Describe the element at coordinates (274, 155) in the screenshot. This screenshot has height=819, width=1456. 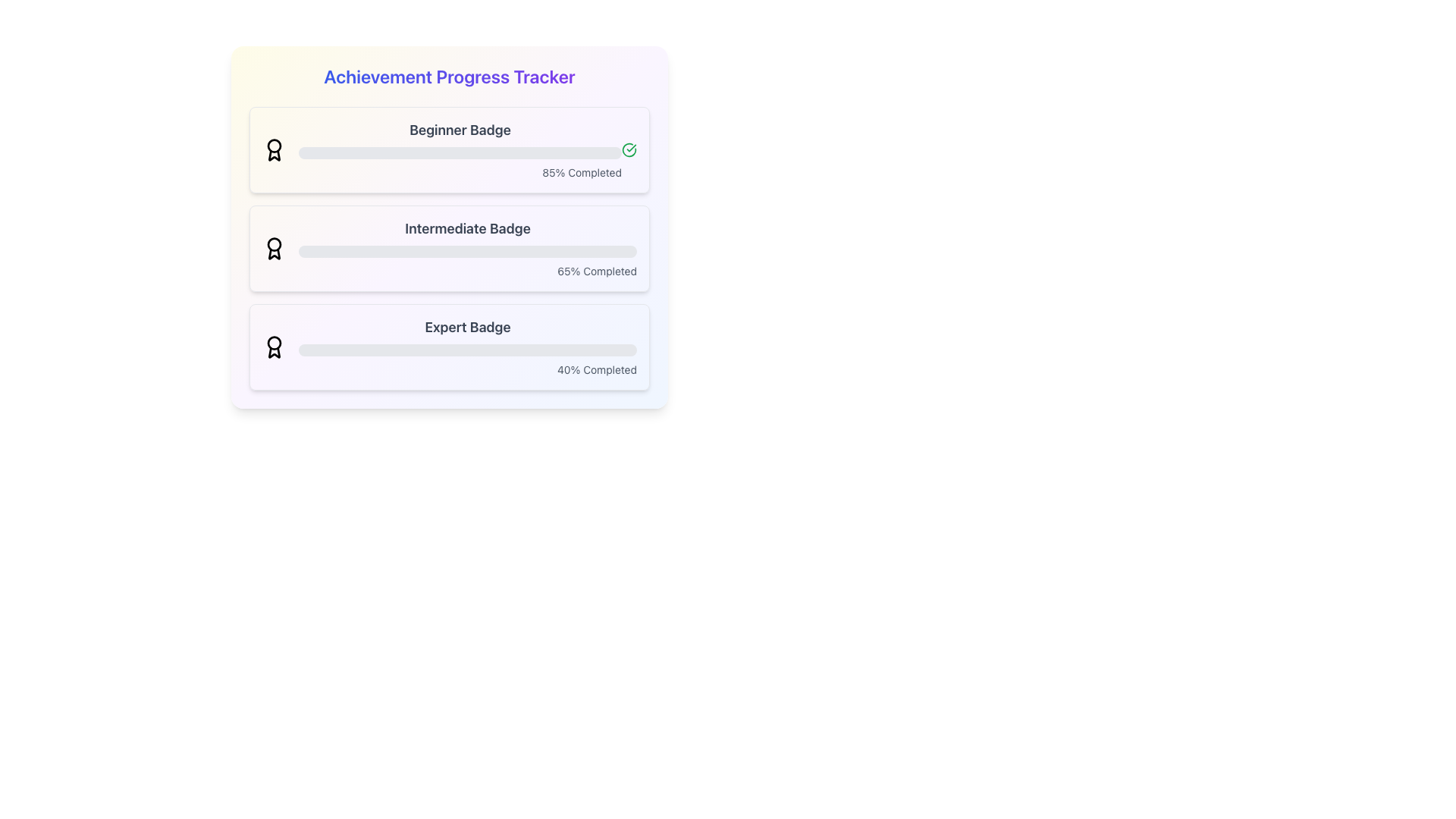
I see `the Decorative Icon, which is a small ribbon-shaped element outlined in black, located within the larger badge icon at the left end of the 'Beginner Badge' progress bar` at that location.